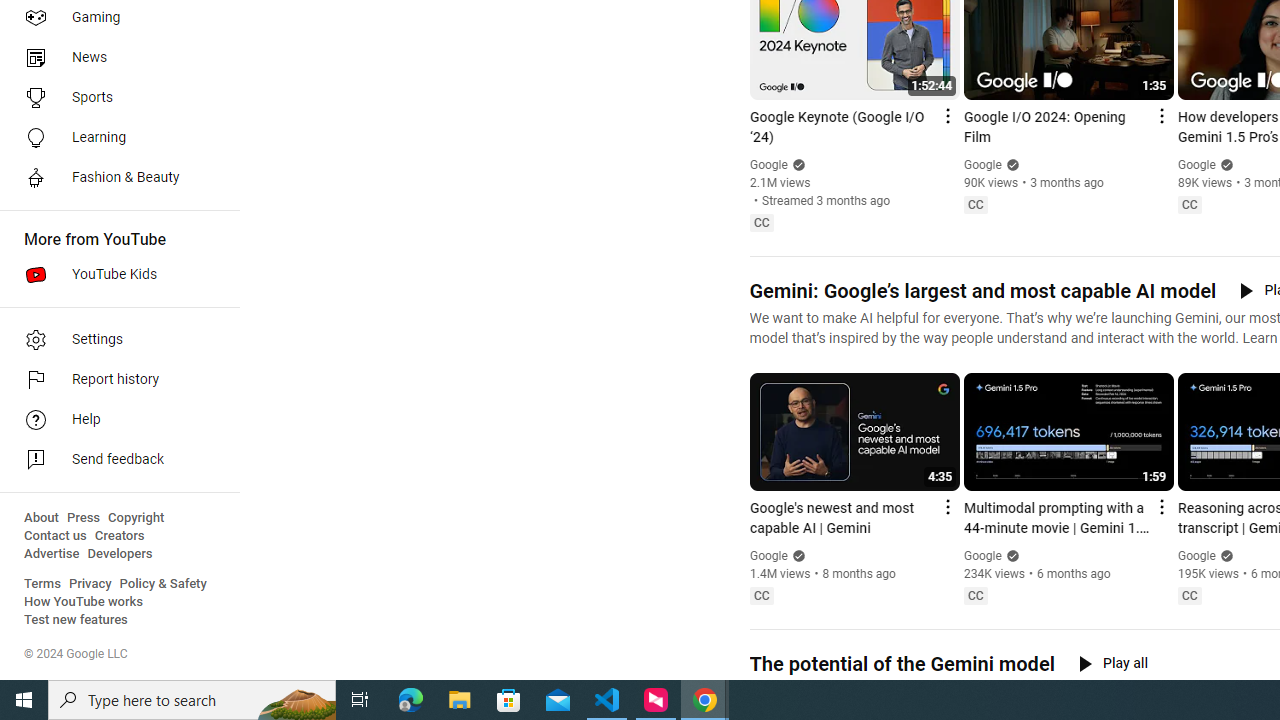  I want to click on 'The potential of the Gemini model', so click(900, 664).